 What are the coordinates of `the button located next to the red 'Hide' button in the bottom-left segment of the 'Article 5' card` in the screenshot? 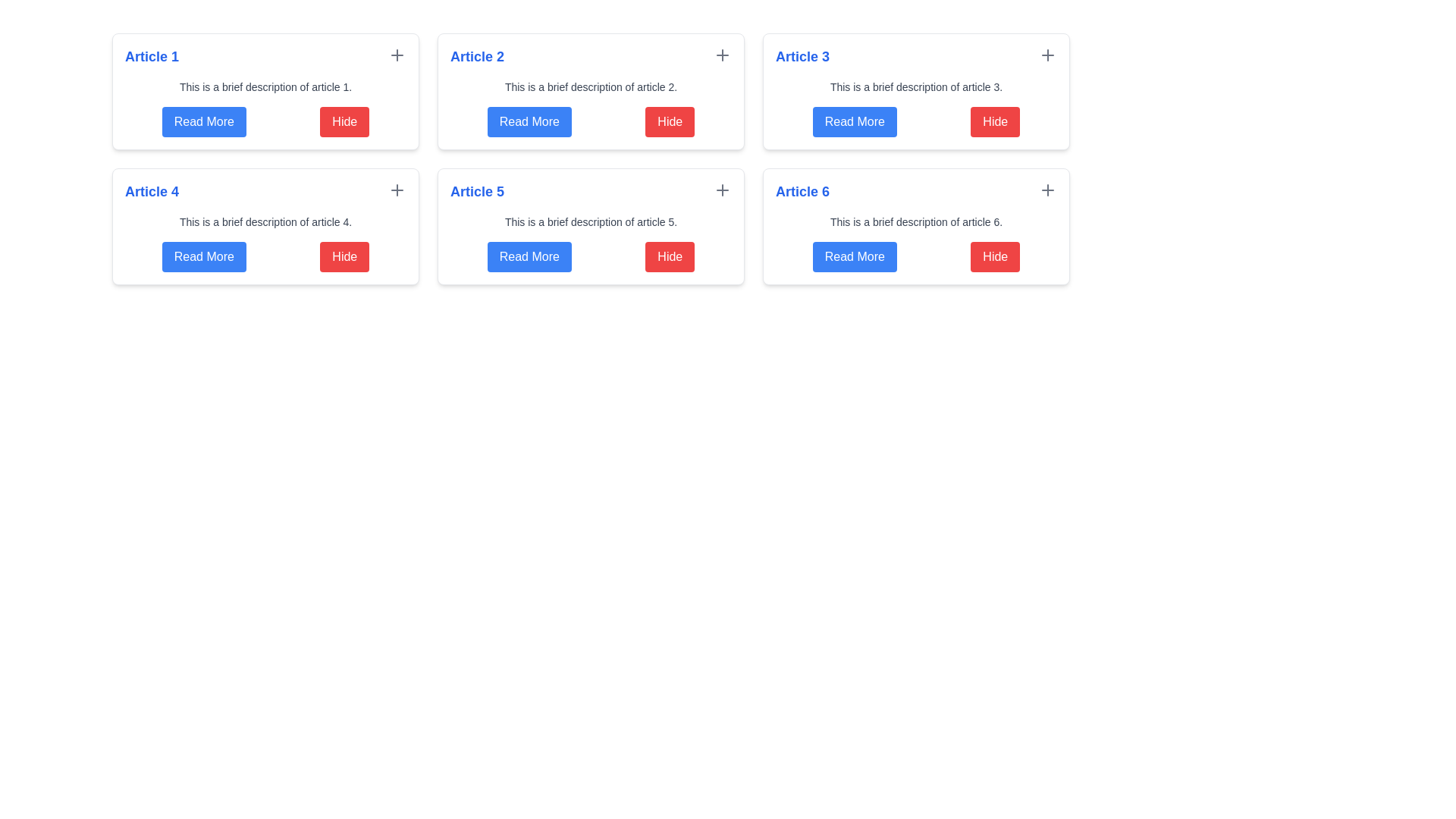 It's located at (529, 256).